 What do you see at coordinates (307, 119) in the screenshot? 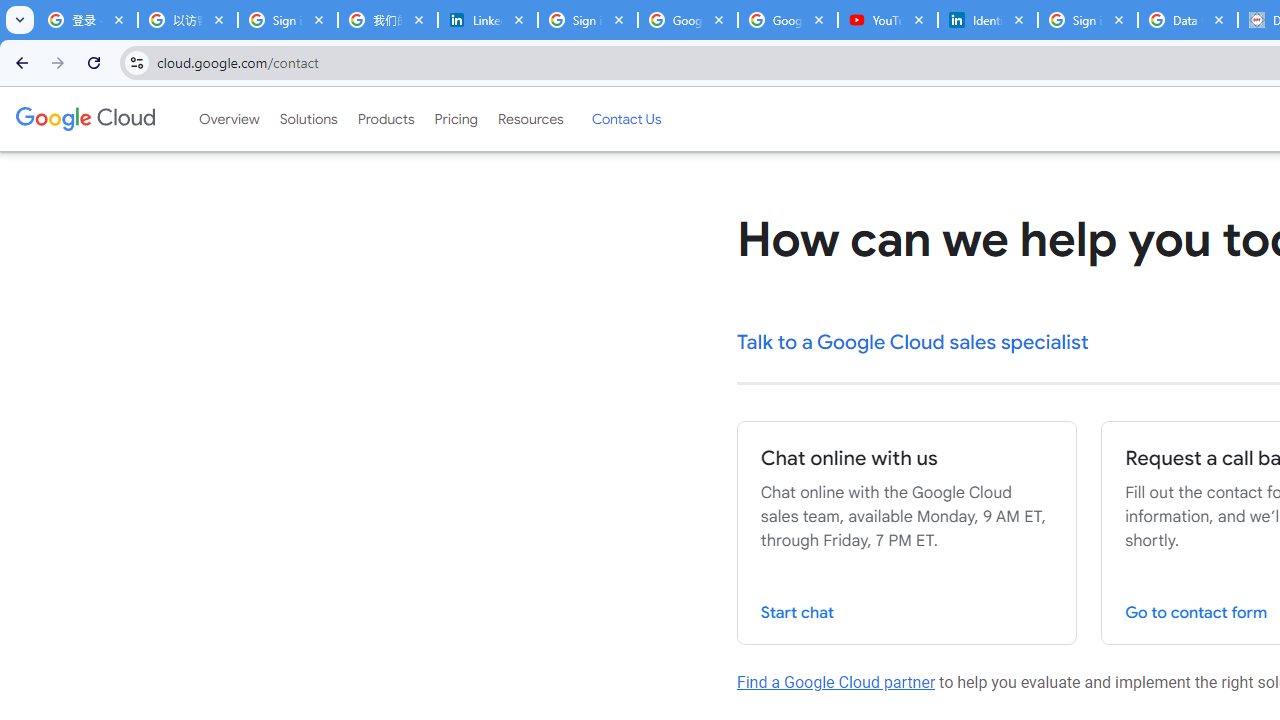
I see `'Solutions'` at bounding box center [307, 119].